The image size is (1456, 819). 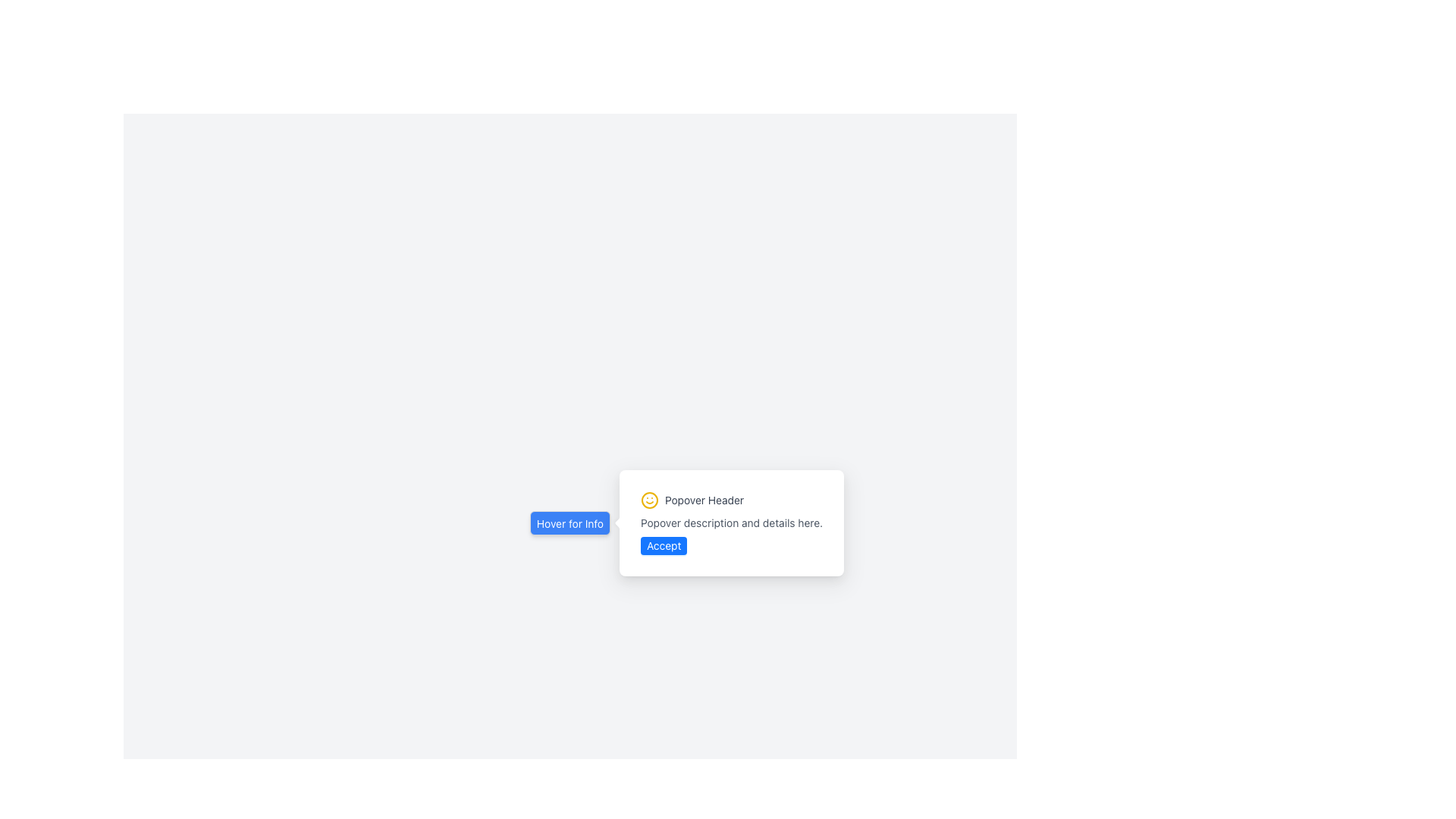 What do you see at coordinates (570, 522) in the screenshot?
I see `the interactive button located in the center of the interface, which displays a pop-up with additional details when hovered` at bounding box center [570, 522].